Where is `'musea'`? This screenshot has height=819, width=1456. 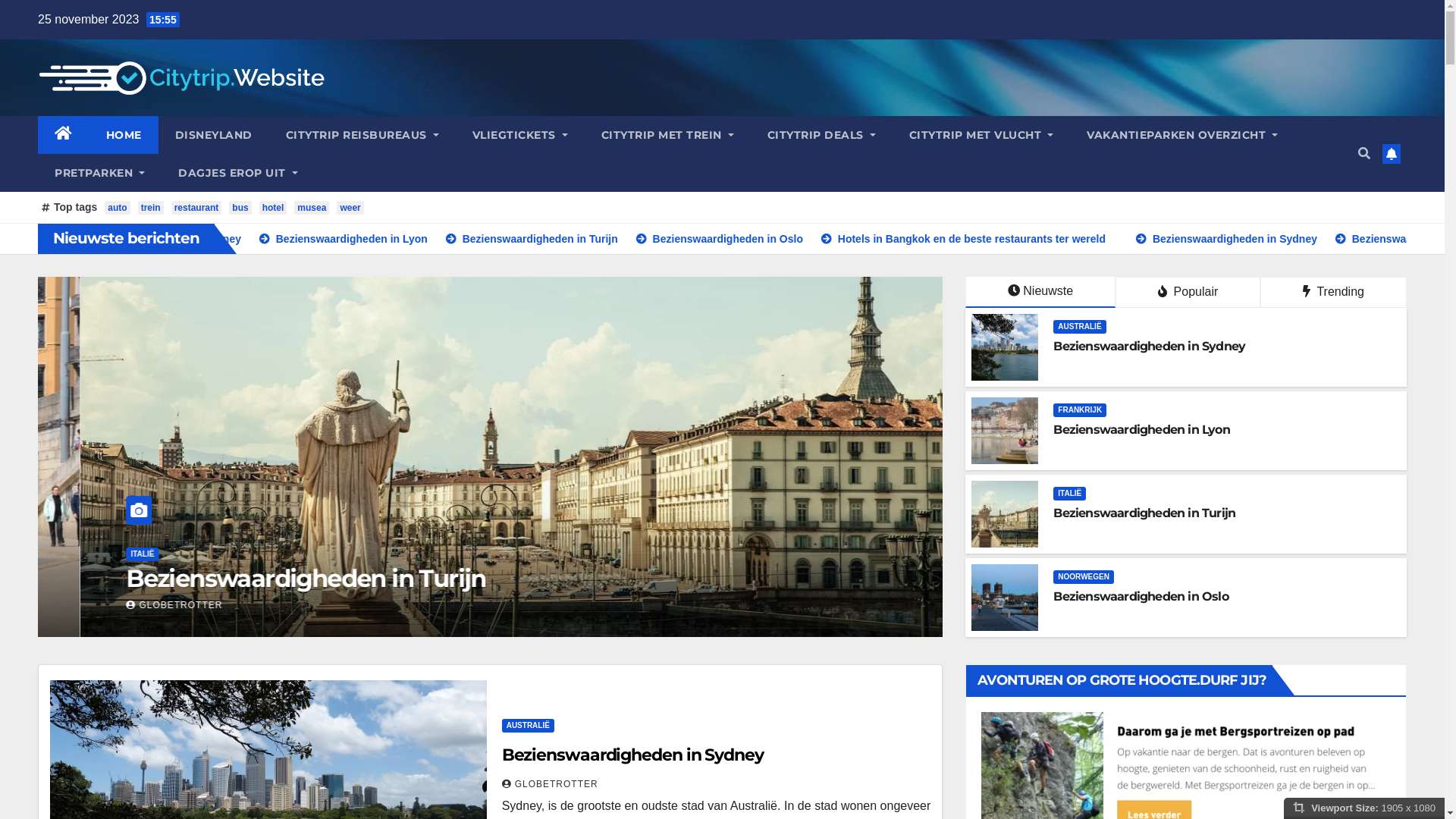 'musea' is located at coordinates (294, 207).